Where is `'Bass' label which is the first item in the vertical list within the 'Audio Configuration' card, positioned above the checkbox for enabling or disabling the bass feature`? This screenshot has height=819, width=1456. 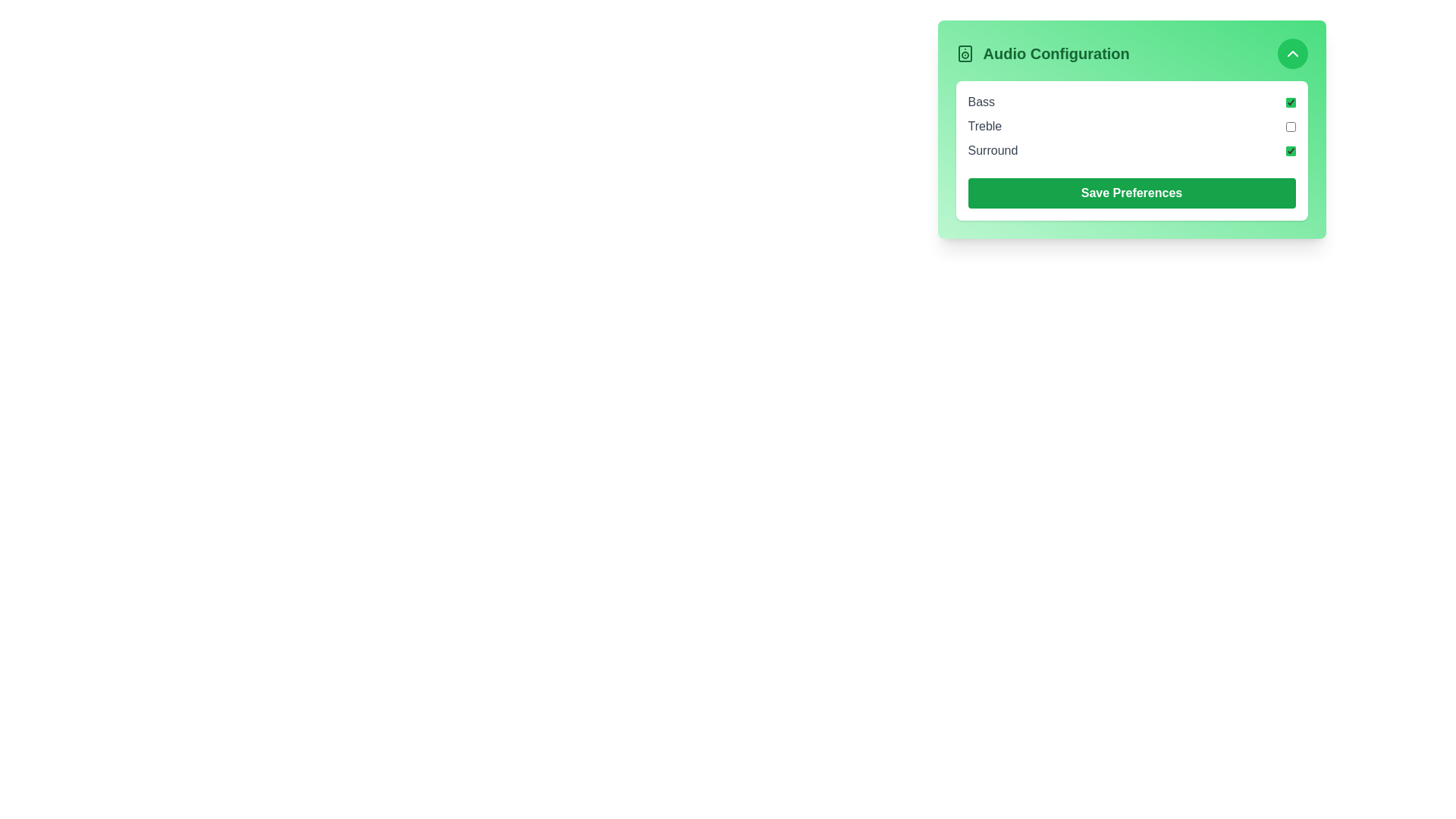
'Bass' label which is the first item in the vertical list within the 'Audio Configuration' card, positioned above the checkbox for enabling or disabling the bass feature is located at coordinates (981, 102).